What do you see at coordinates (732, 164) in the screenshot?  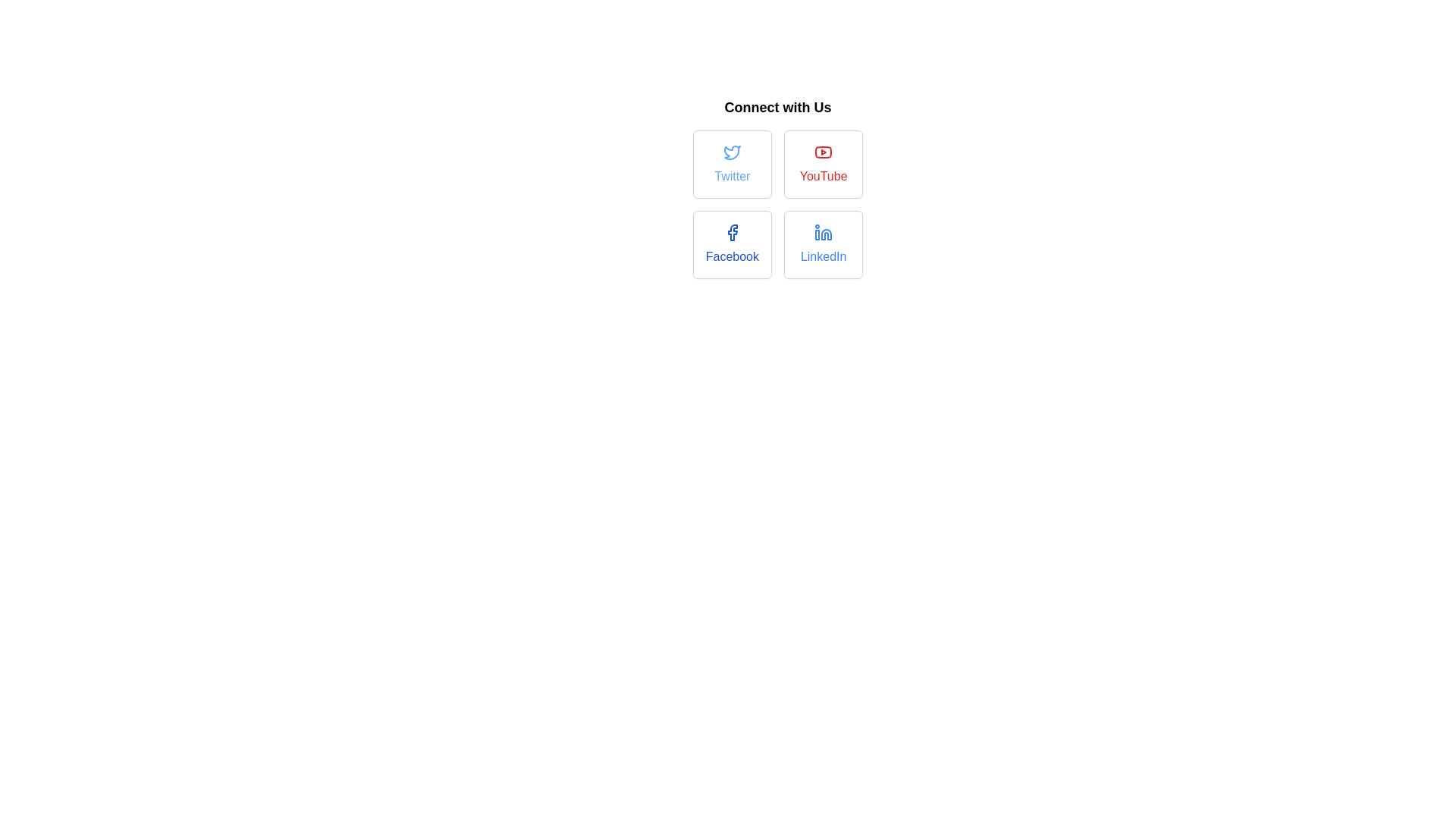 I see `the Twitter button located in the top-left corner of the grid layout` at bounding box center [732, 164].